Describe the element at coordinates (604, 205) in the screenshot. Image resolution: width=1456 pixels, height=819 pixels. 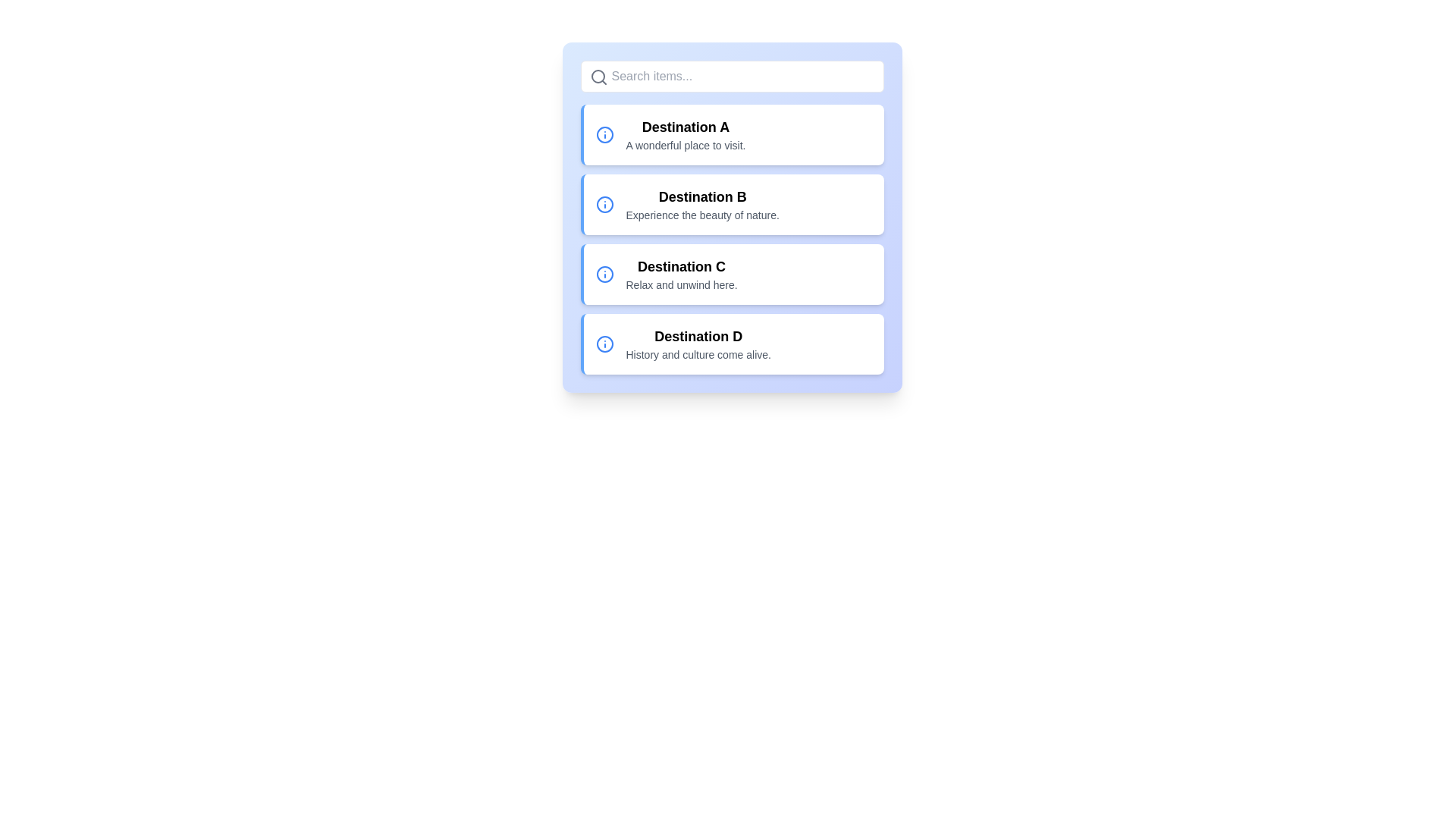
I see `the circular informational icon with a blue outline located to the left of the 'Destination B' text in the second item of the vertical list` at that location.